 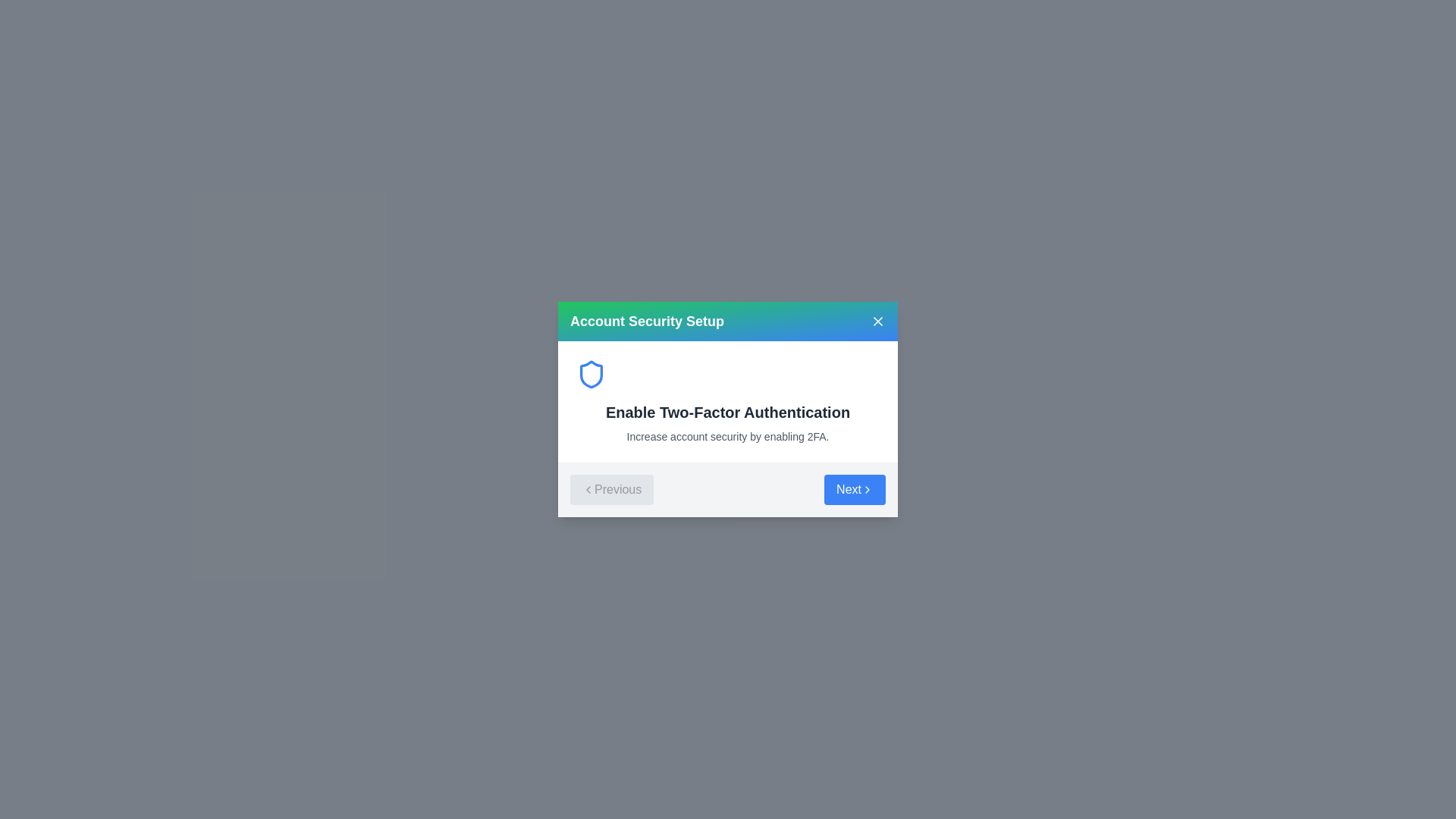 What do you see at coordinates (728, 436) in the screenshot?
I see `the informational Text label that provides context about enabling Two-Factor Authentication, positioned beneath the heading 'Enable Two-Factor Authentication'` at bounding box center [728, 436].